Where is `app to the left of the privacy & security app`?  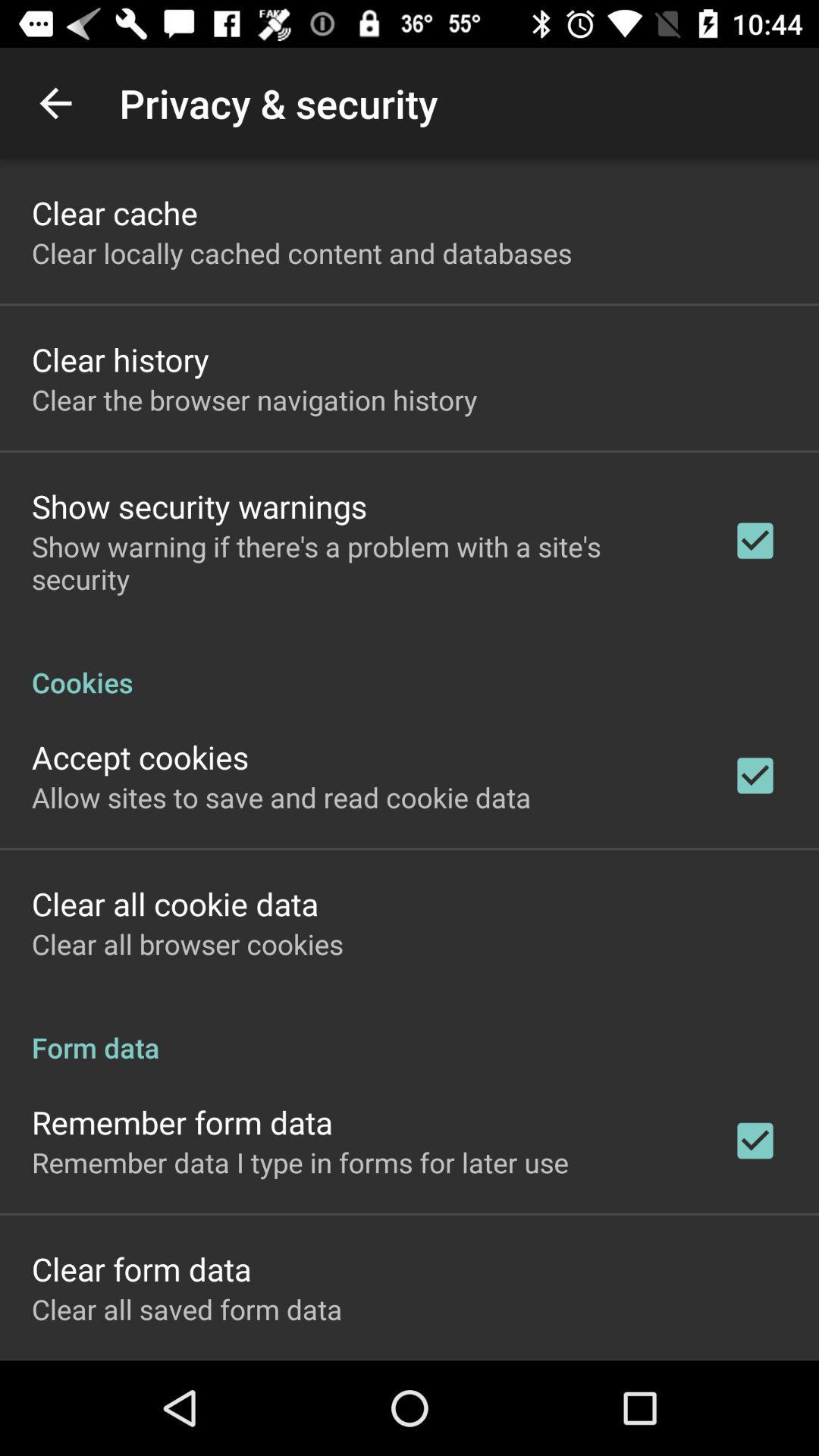 app to the left of the privacy & security app is located at coordinates (55, 102).